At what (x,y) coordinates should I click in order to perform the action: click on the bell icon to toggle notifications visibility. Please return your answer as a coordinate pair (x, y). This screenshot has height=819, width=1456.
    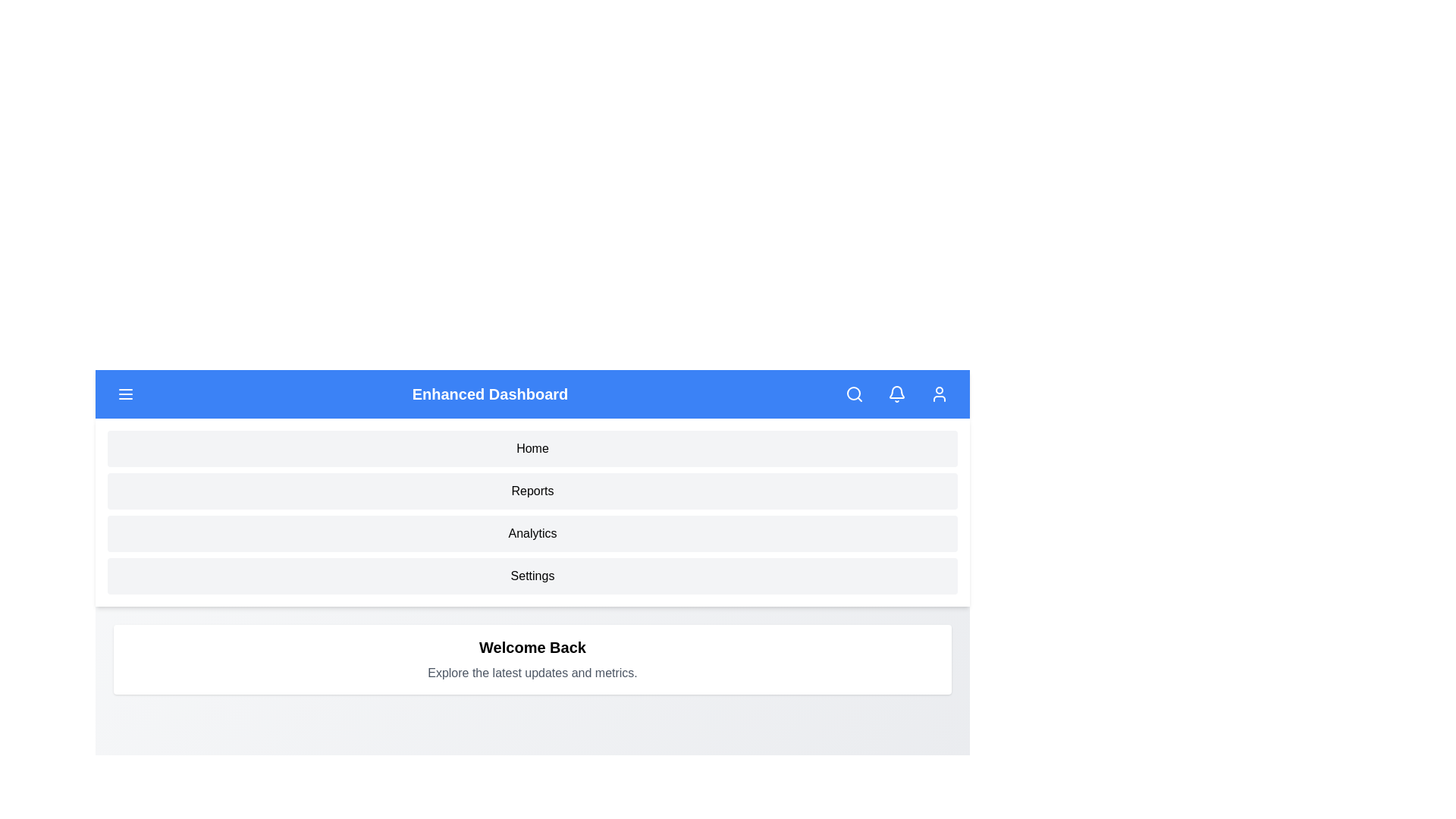
    Looking at the image, I should click on (896, 394).